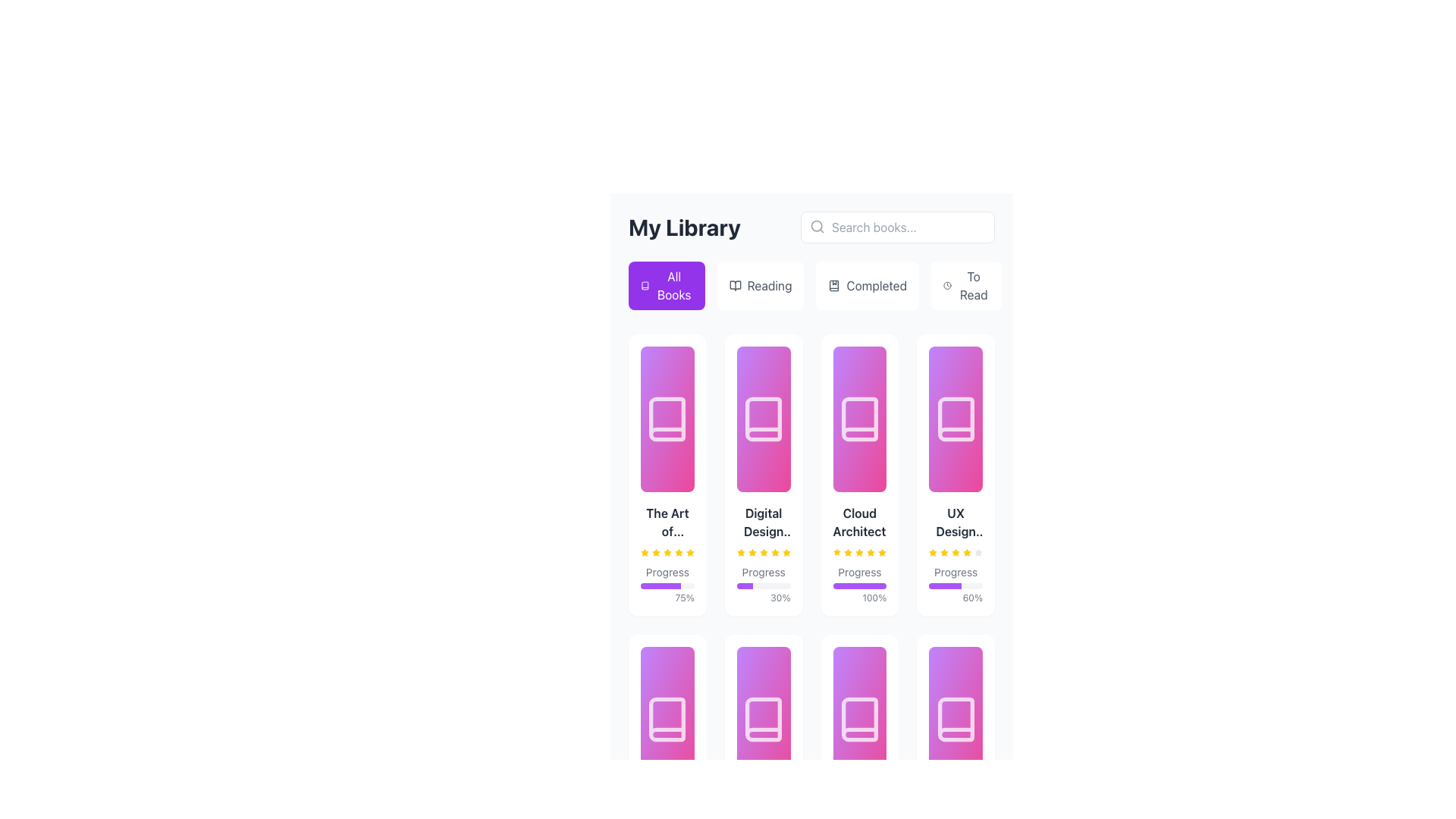  Describe the element at coordinates (667, 584) in the screenshot. I see `the visual state of the Progress Indicator indicating 75% completion, located beneath the rating stars in the 'The Art of Programming' section` at that location.